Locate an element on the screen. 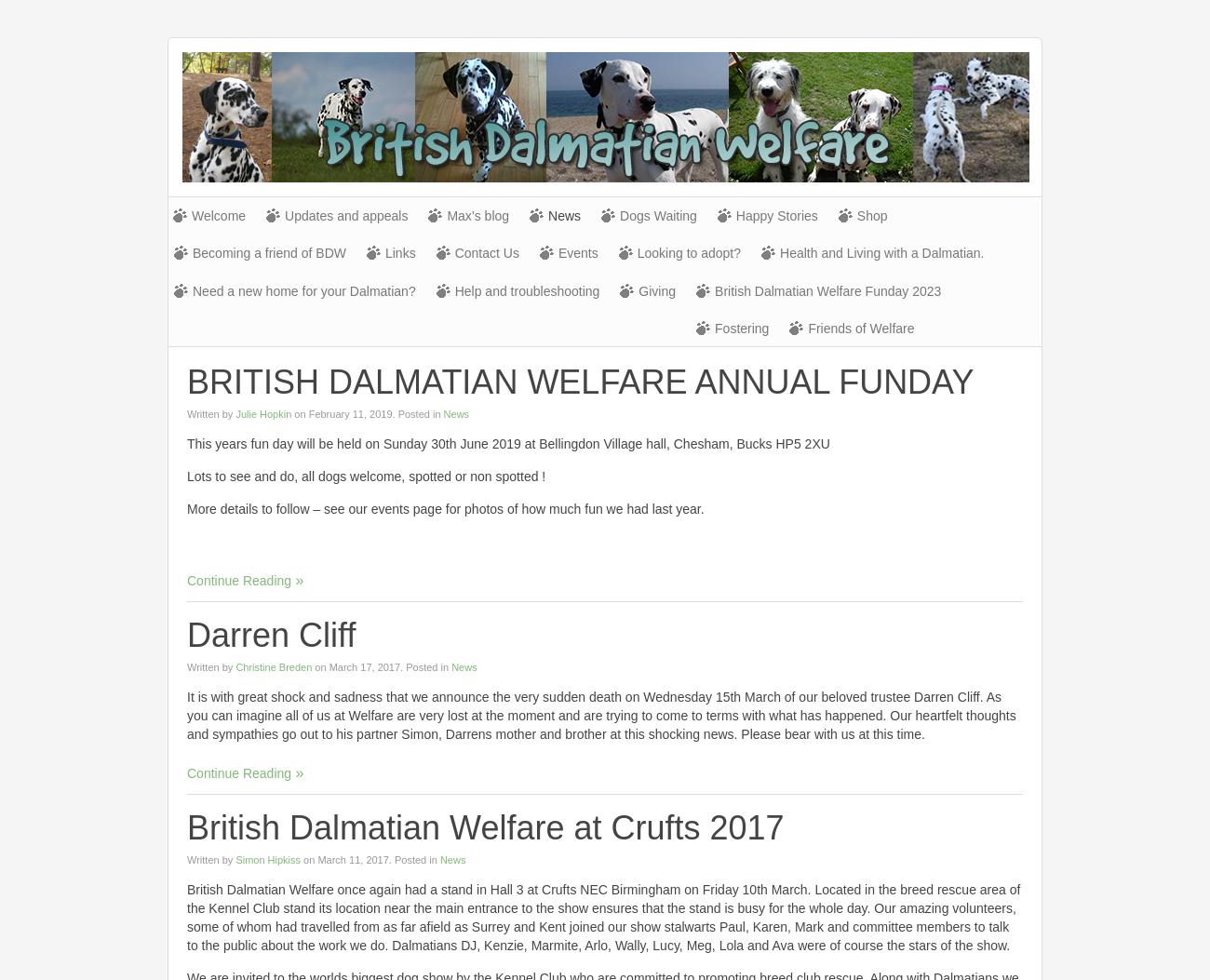 Image resolution: width=1210 pixels, height=980 pixels. 'Friends of Welfare' is located at coordinates (860, 327).